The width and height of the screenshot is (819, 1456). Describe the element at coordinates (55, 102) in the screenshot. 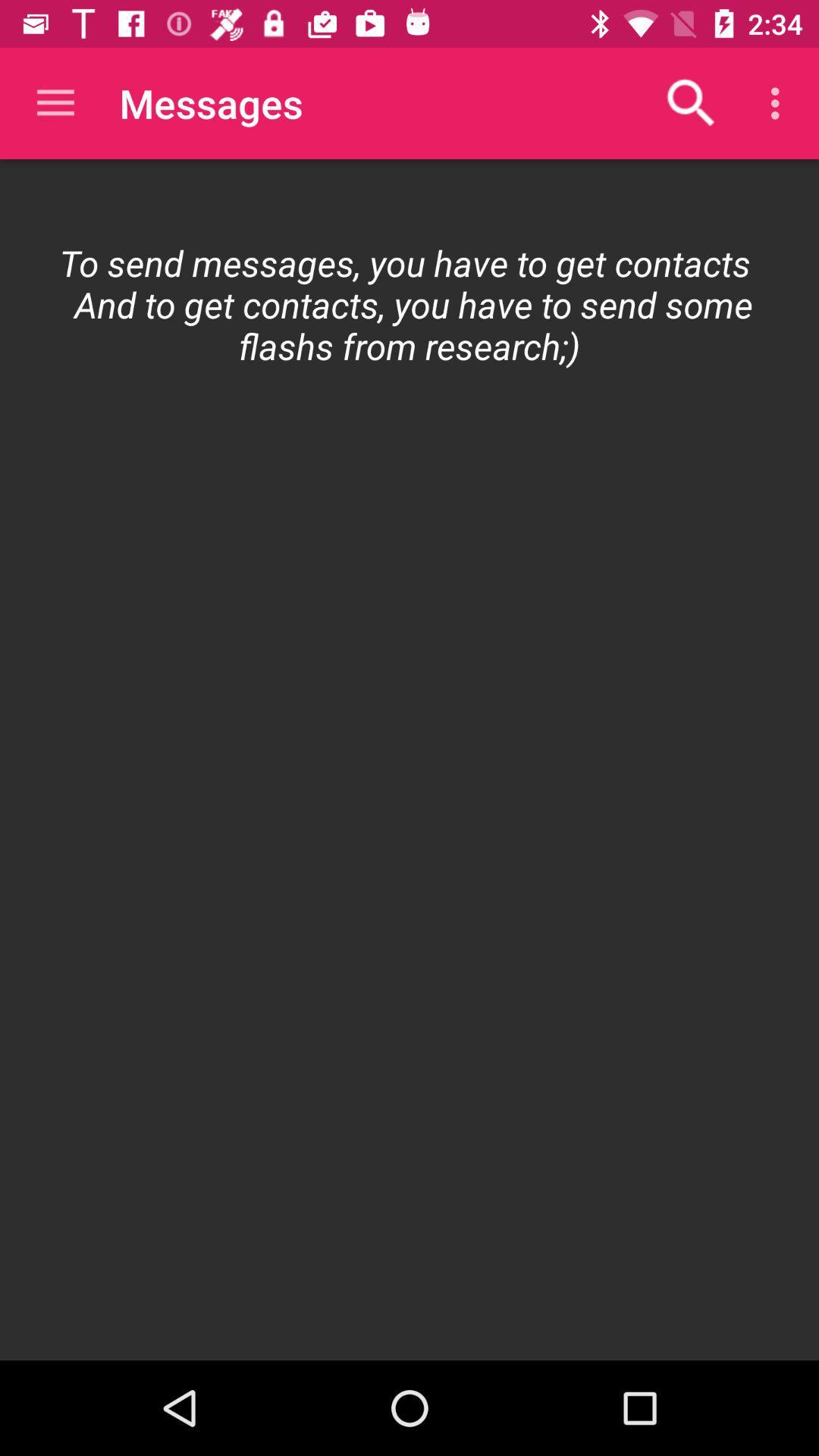

I see `icon above the to send messages icon` at that location.